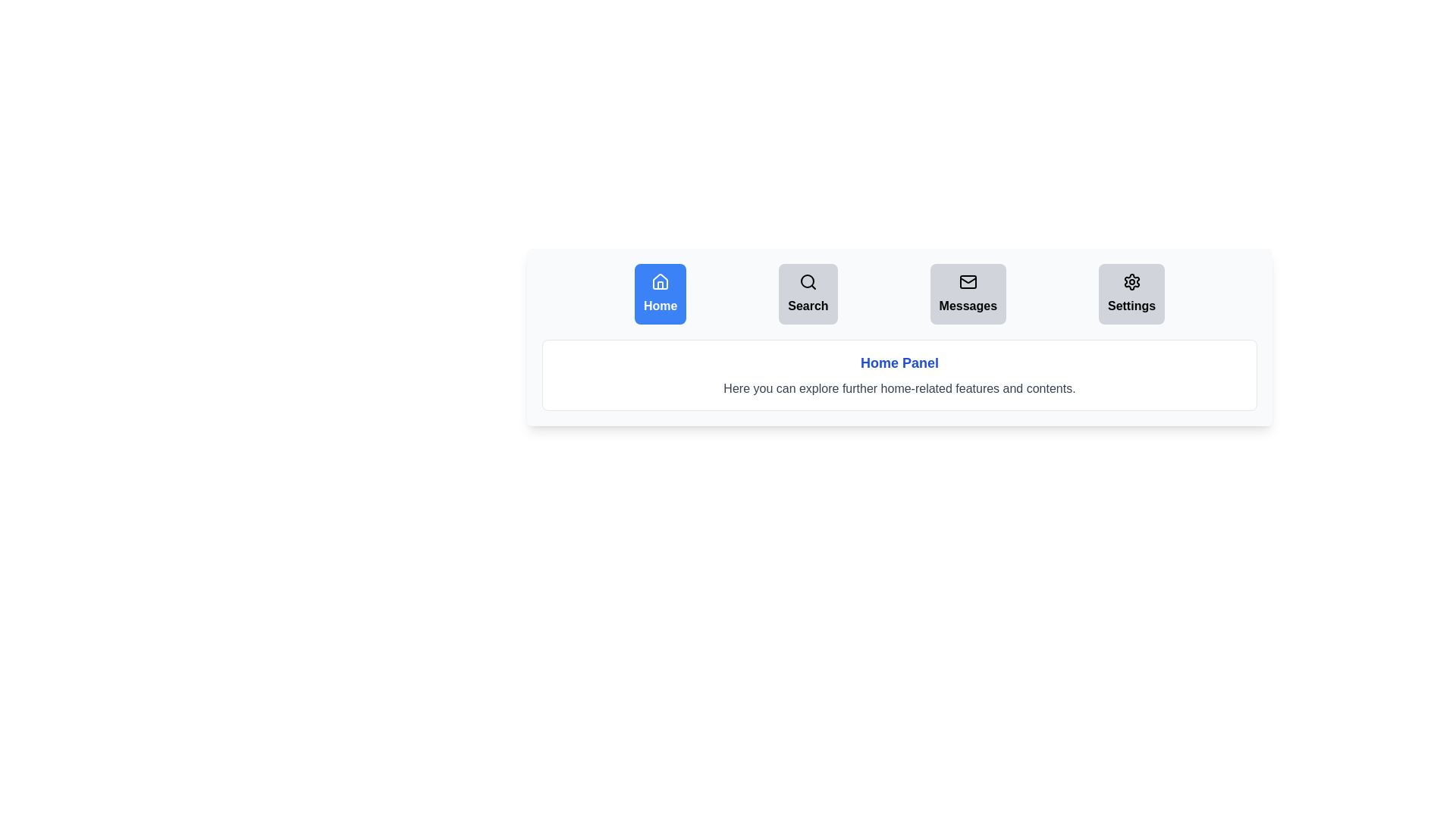 The width and height of the screenshot is (1456, 819). Describe the element at coordinates (967, 281) in the screenshot. I see `the 'Messages' button, which is the third button from the left in a horizontal row of four buttons at the top of the interface` at that location.